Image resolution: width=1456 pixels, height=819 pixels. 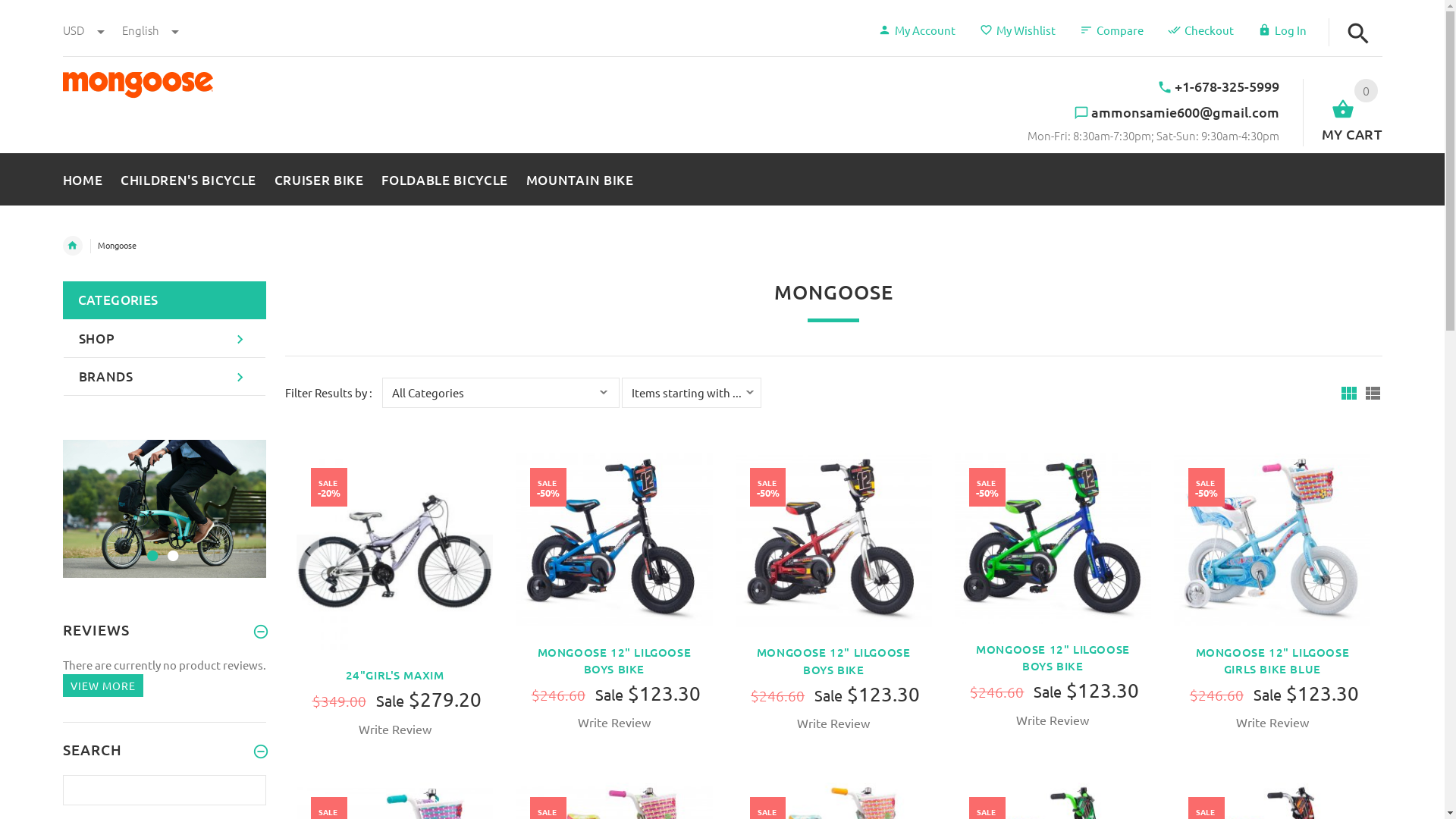 What do you see at coordinates (1051, 719) in the screenshot?
I see `' Write Review '` at bounding box center [1051, 719].